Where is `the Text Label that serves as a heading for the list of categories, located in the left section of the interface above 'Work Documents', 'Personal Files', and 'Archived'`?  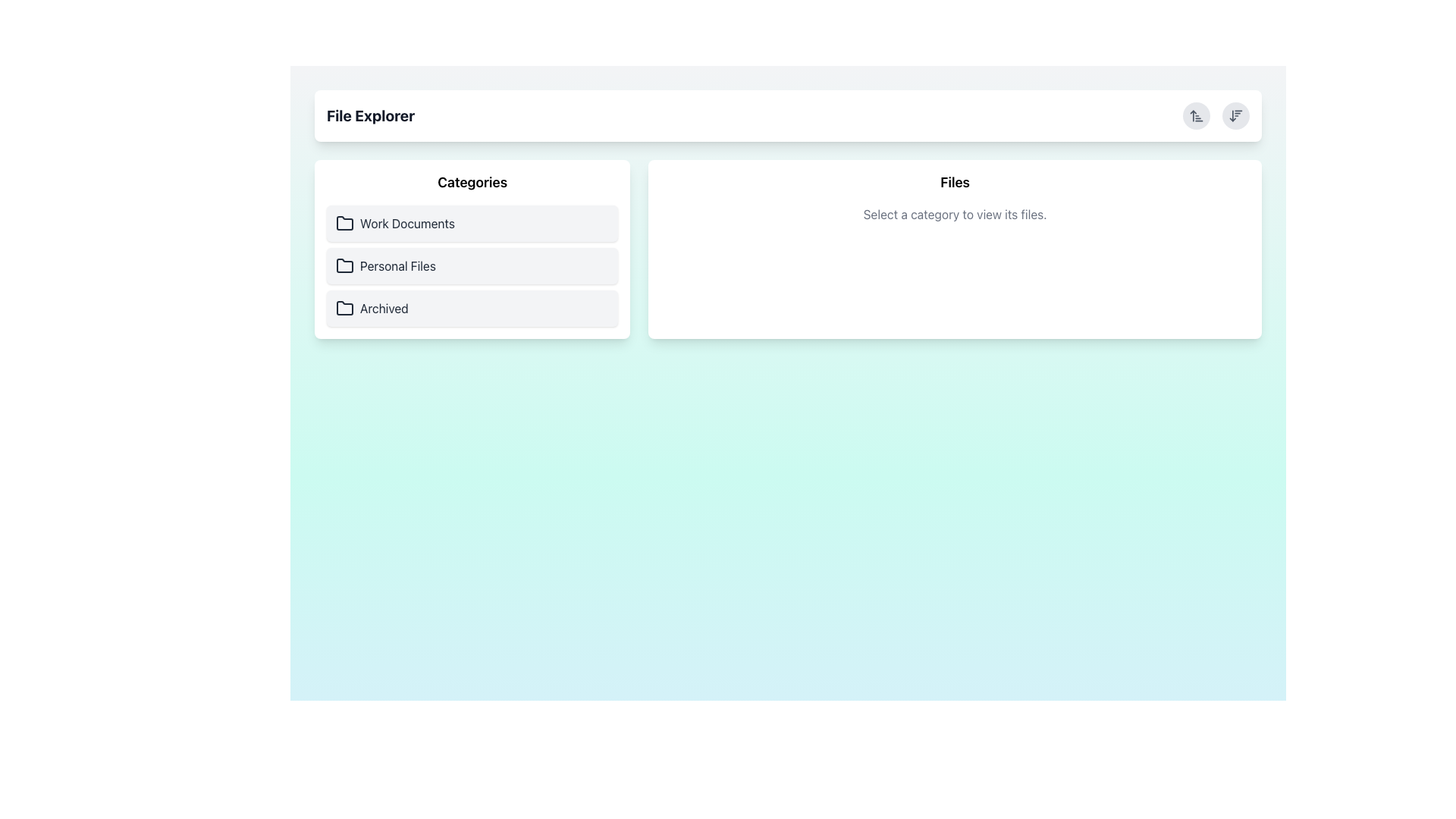
the Text Label that serves as a heading for the list of categories, located in the left section of the interface above 'Work Documents', 'Personal Files', and 'Archived' is located at coordinates (472, 181).